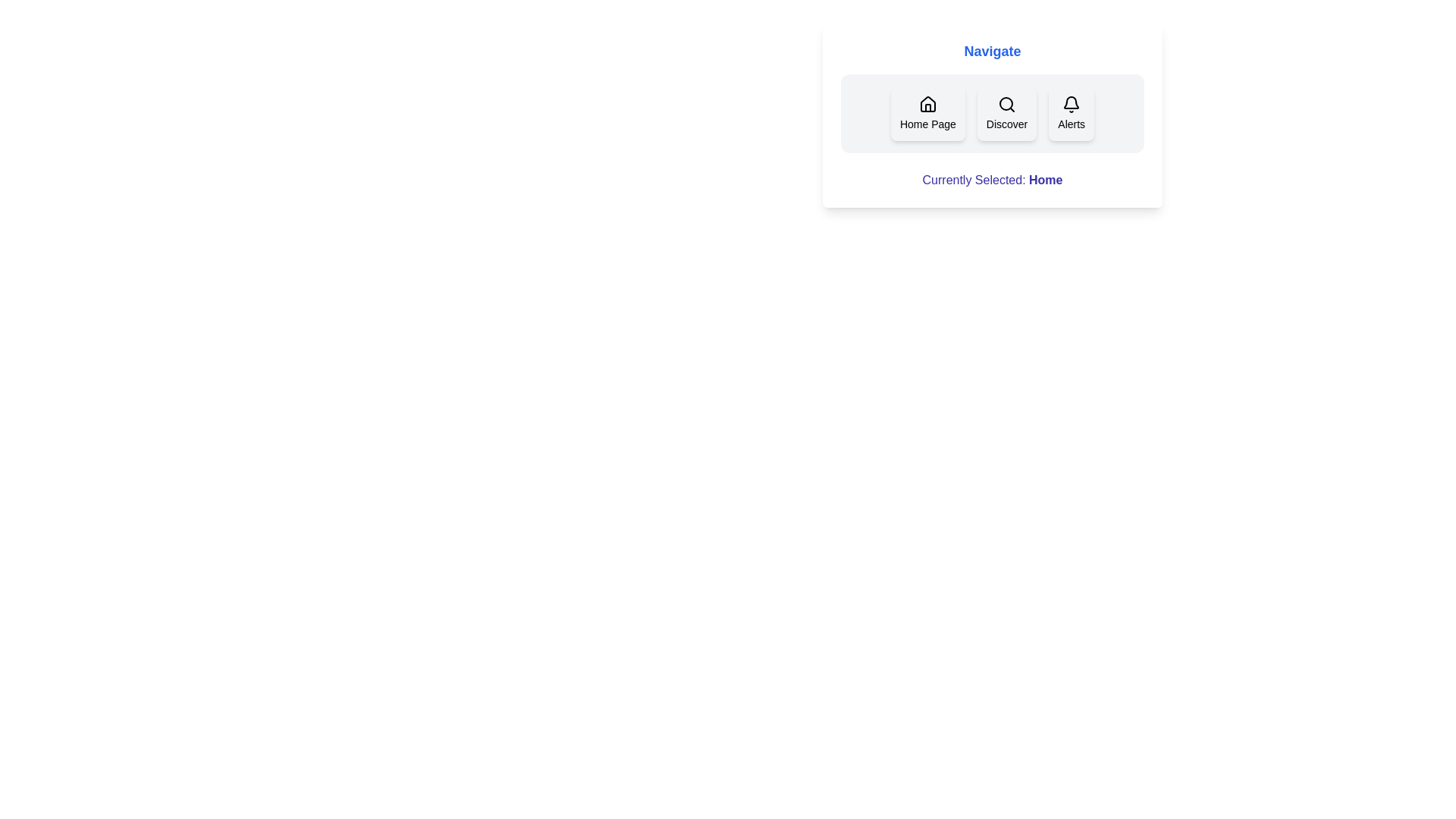 The height and width of the screenshot is (819, 1456). Describe the element at coordinates (927, 113) in the screenshot. I see `the 'Home Page' button, which is the first button in a horizontal list, featuring a house icon and located near the middle of the page` at that location.